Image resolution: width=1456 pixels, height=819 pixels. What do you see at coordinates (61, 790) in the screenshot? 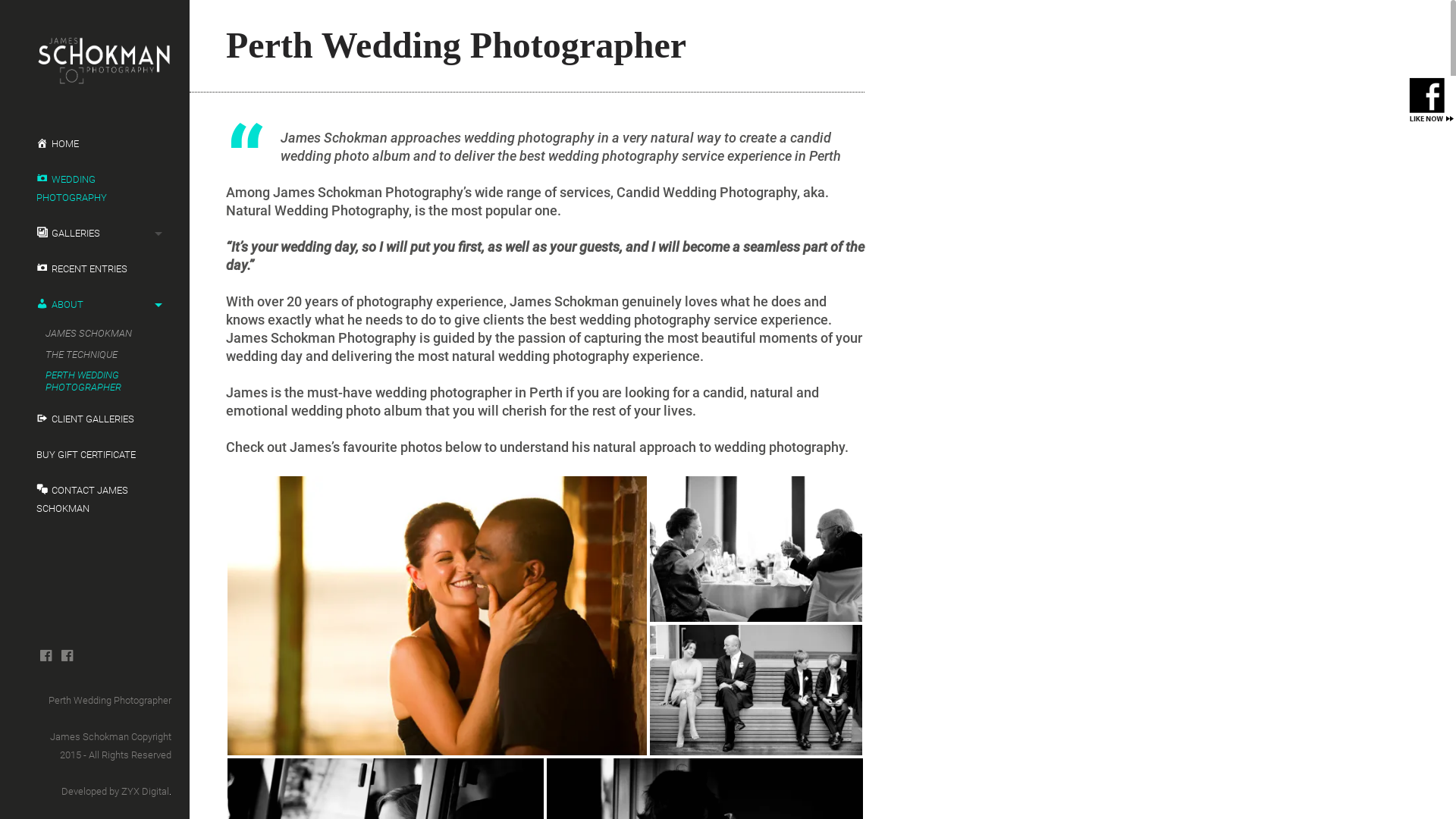
I see `'Developed by ZYX Digital'` at bounding box center [61, 790].